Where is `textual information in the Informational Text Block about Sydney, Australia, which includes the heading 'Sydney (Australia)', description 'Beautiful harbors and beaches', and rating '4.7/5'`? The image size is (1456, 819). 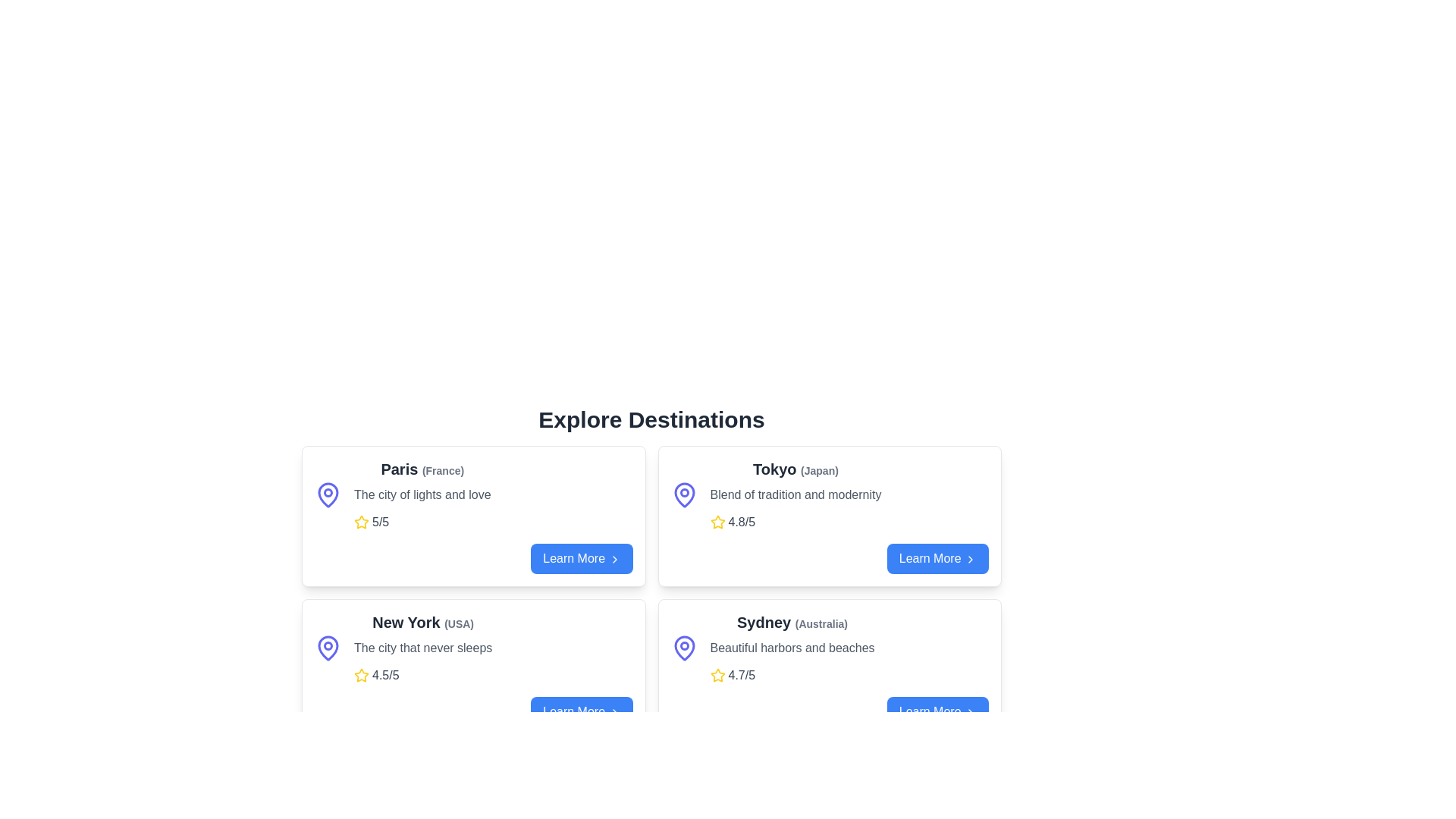
textual information in the Informational Text Block about Sydney, Australia, which includes the heading 'Sydney (Australia)', description 'Beautiful harbors and beaches', and rating '4.7/5' is located at coordinates (829, 648).